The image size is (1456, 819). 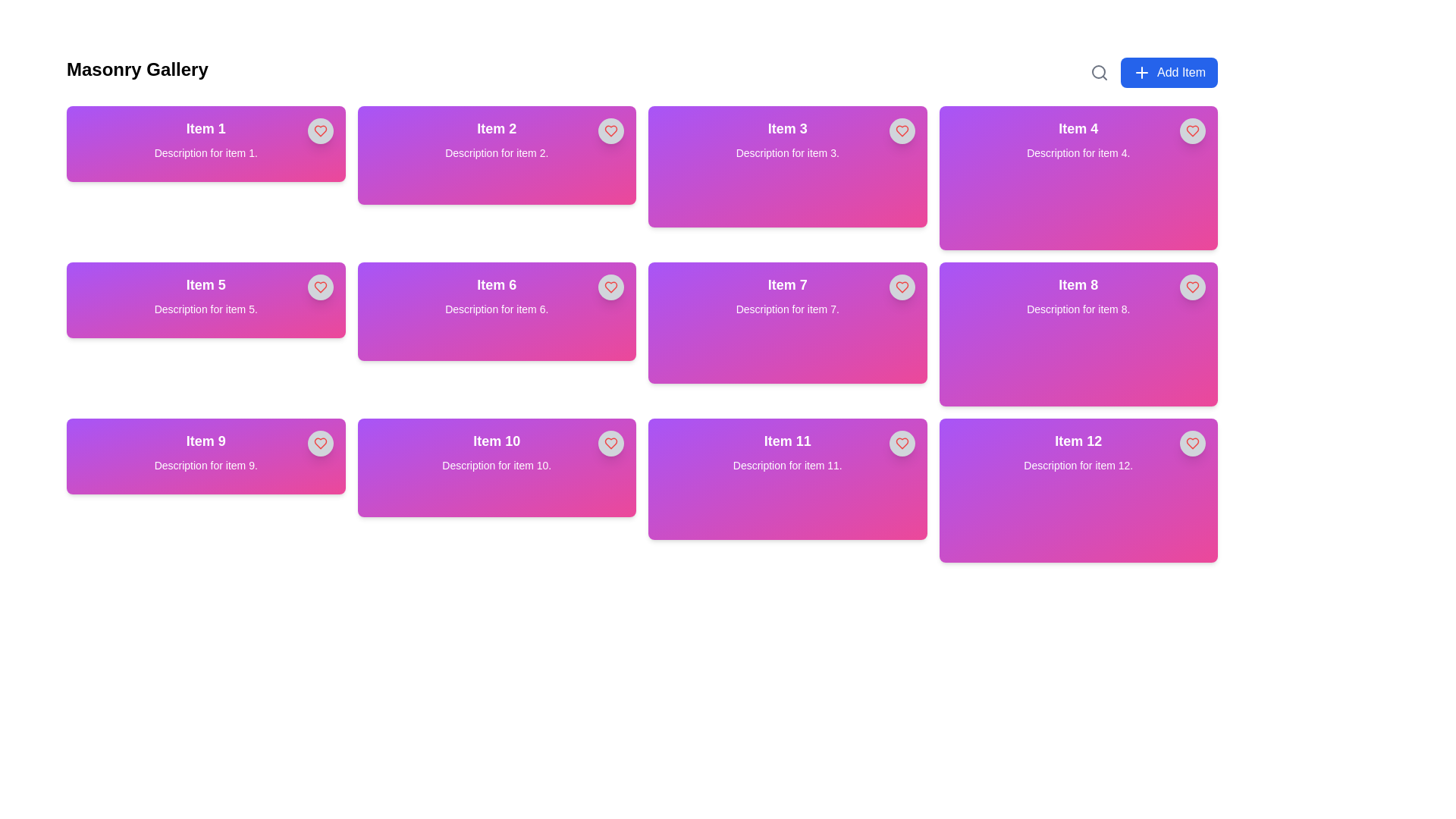 I want to click on descriptive text label related to 'Item 11', located within the second card of the bottom row in the masonry grid layout, so click(x=787, y=464).